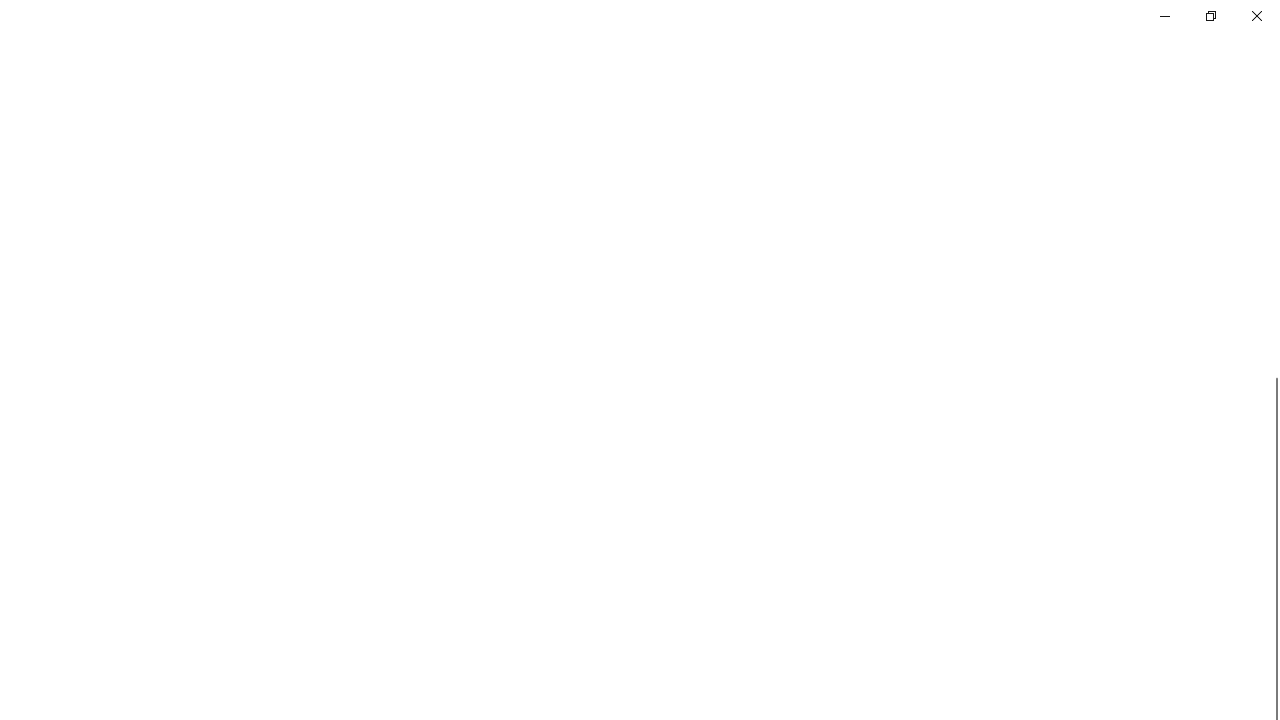  Describe the element at coordinates (1271, 104) in the screenshot. I see `'Vertical Small Decrease'` at that location.